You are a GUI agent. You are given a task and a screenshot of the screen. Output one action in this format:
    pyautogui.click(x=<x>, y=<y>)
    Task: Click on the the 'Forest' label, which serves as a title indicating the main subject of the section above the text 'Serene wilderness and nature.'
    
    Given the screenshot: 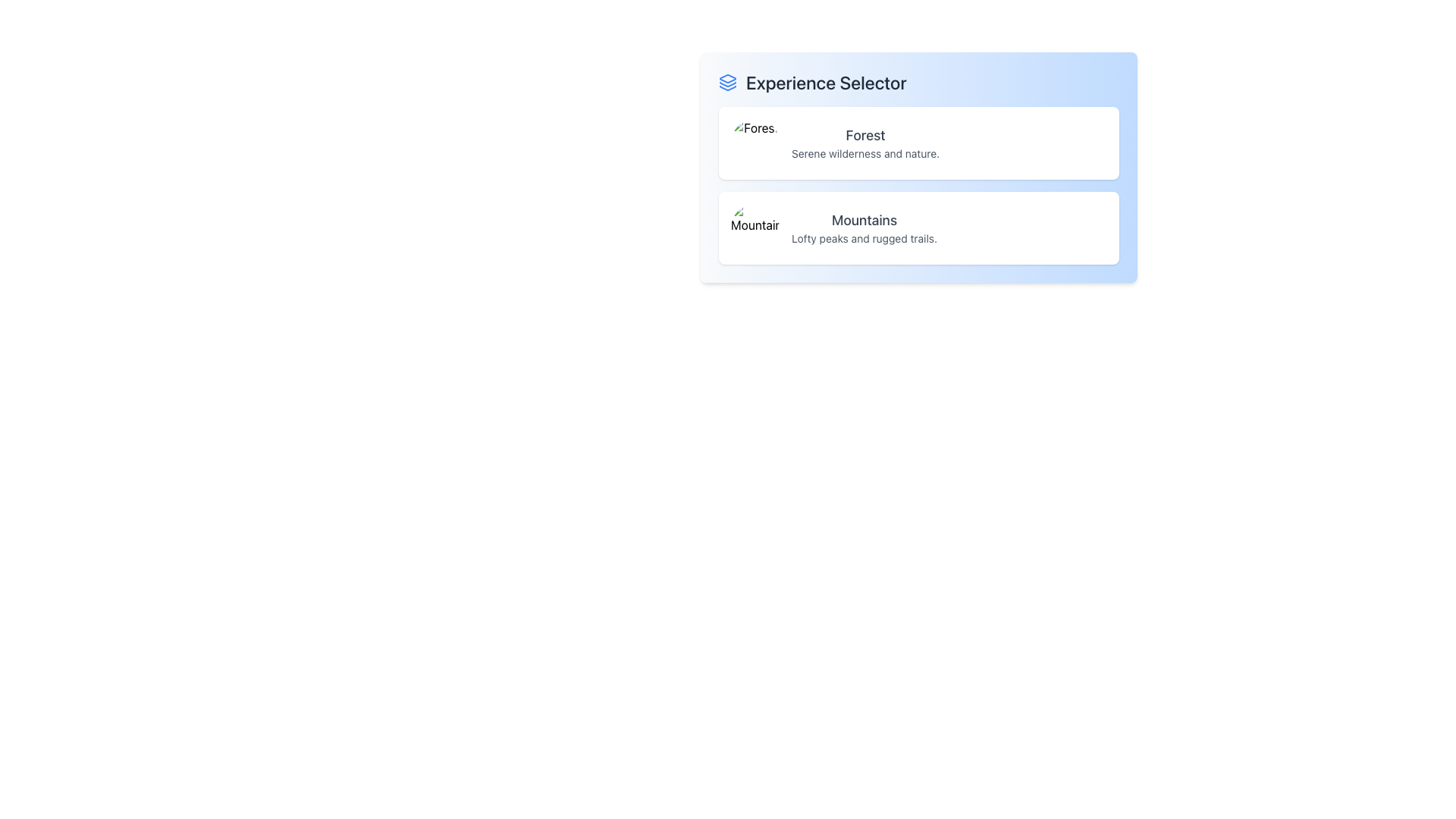 What is the action you would take?
    pyautogui.click(x=865, y=134)
    